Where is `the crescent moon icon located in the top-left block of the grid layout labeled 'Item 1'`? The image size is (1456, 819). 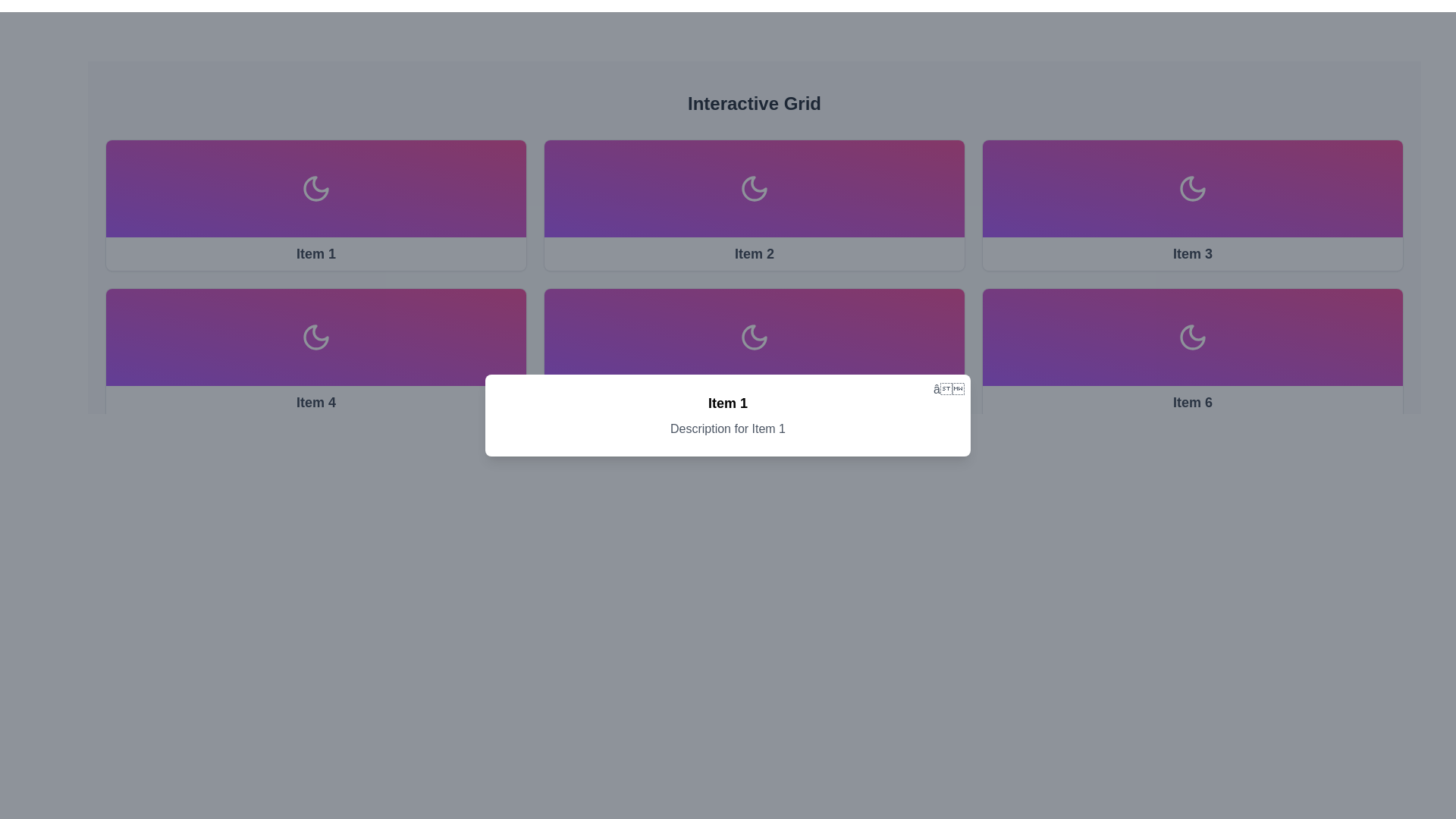
the crescent moon icon located in the top-left block of the grid layout labeled 'Item 1' is located at coordinates (315, 188).